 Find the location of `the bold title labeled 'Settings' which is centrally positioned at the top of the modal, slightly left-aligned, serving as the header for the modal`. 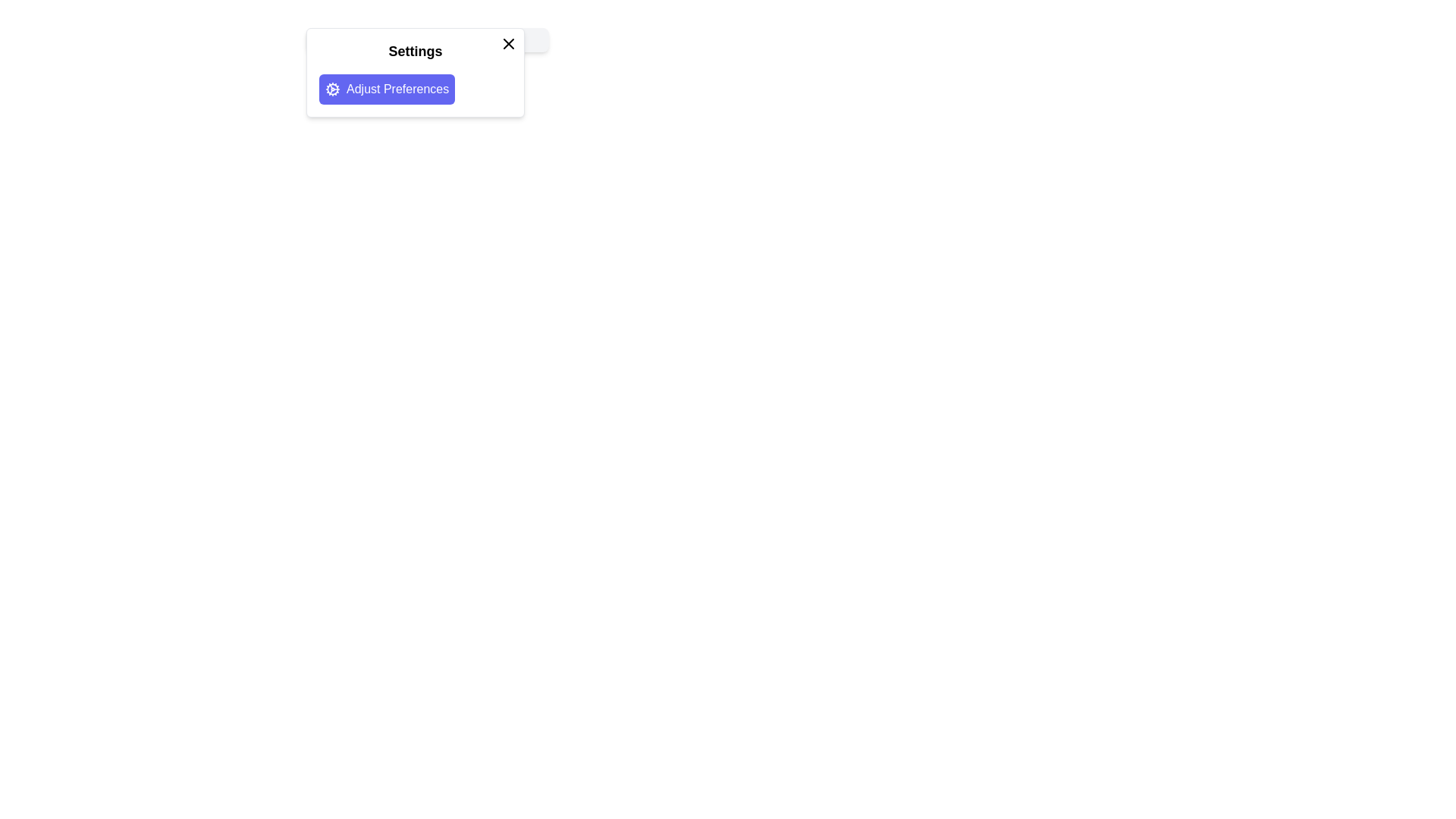

the bold title labeled 'Settings' which is centrally positioned at the top of the modal, slightly left-aligned, serving as the header for the modal is located at coordinates (427, 39).